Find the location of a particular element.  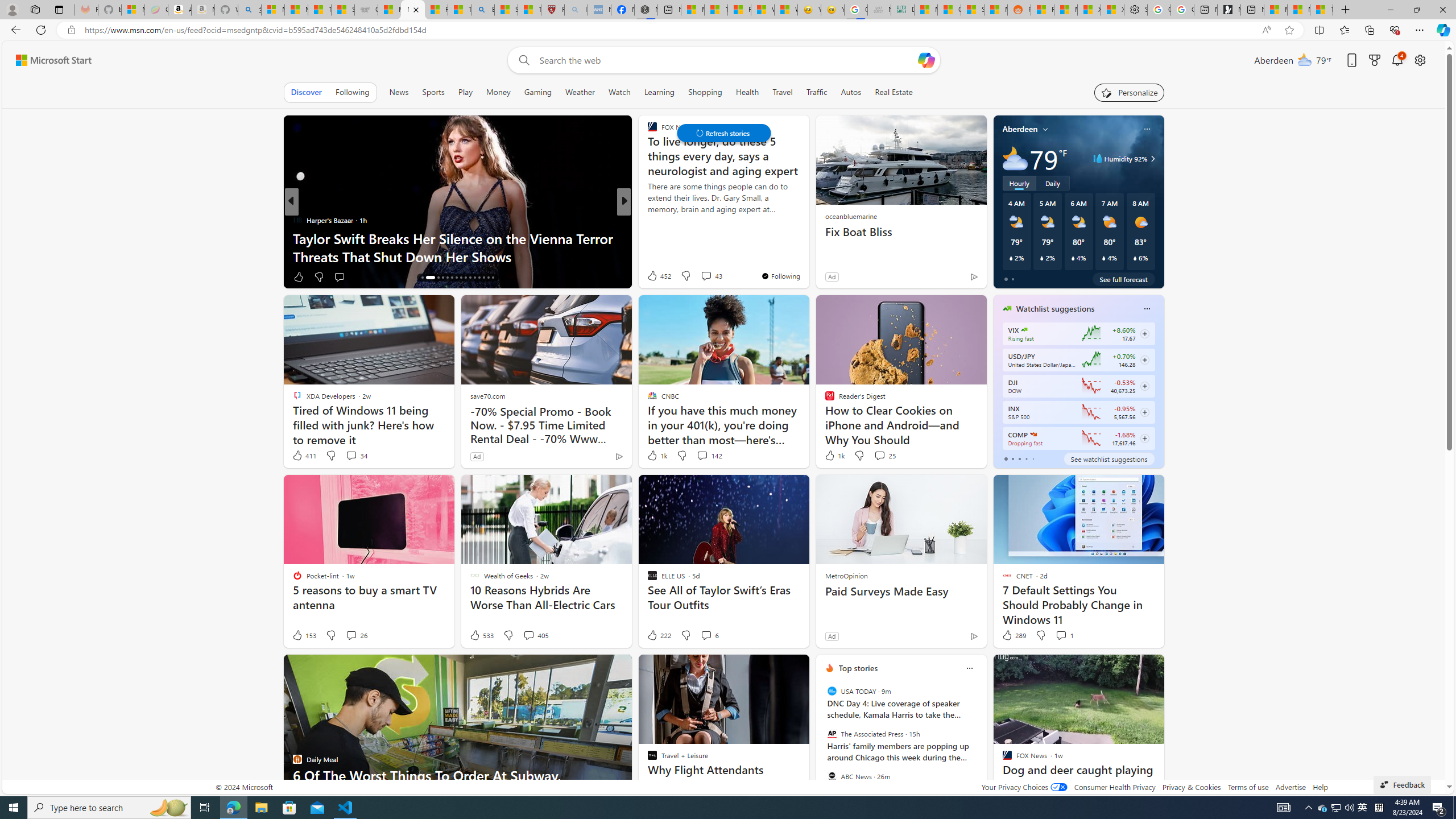

'View comments 6 Comment' is located at coordinates (709, 634).